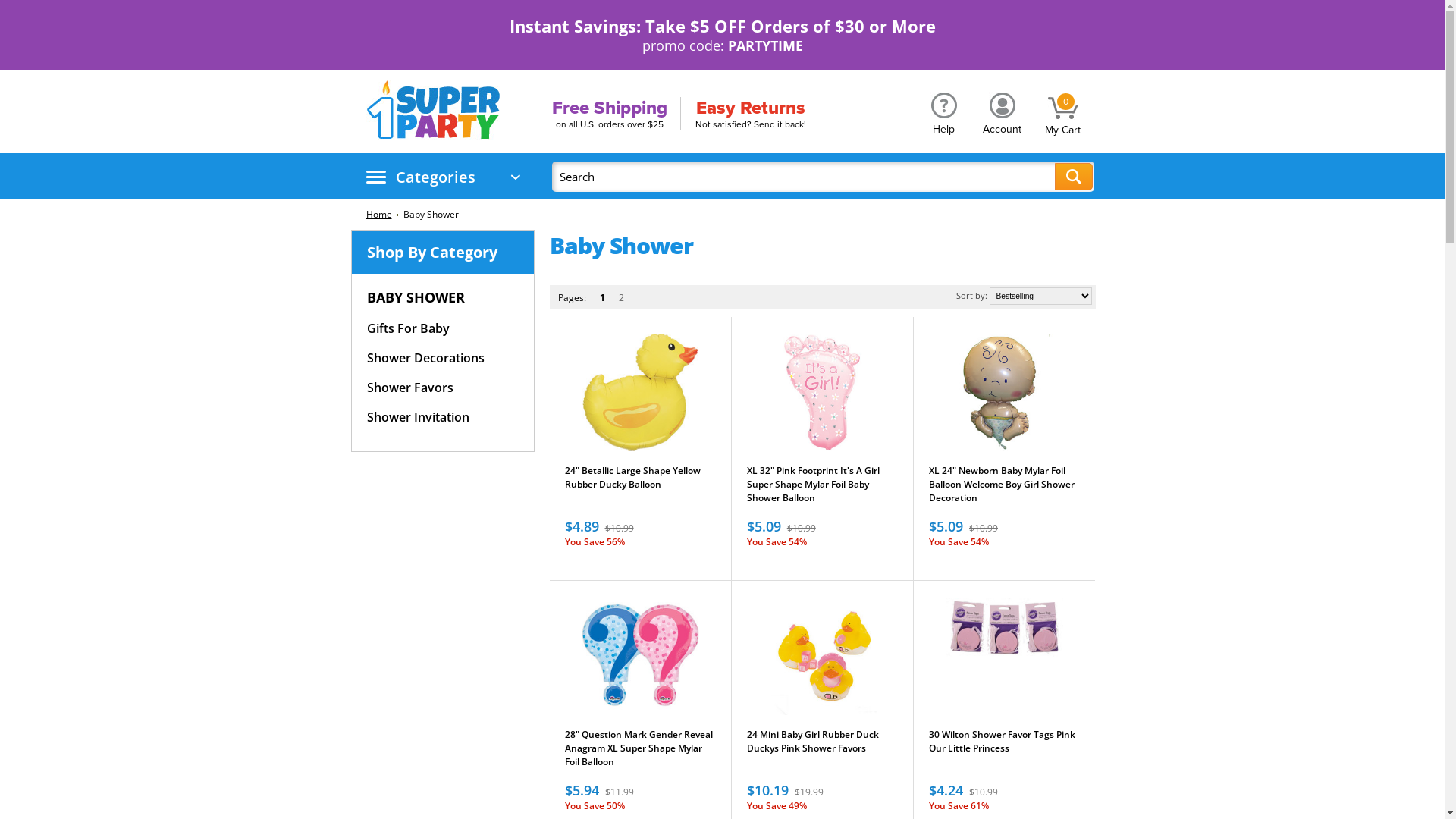 The image size is (1456, 819). I want to click on '24" Betallic Large Shape Yellow Rubber Ducky Balloon', so click(639, 485).